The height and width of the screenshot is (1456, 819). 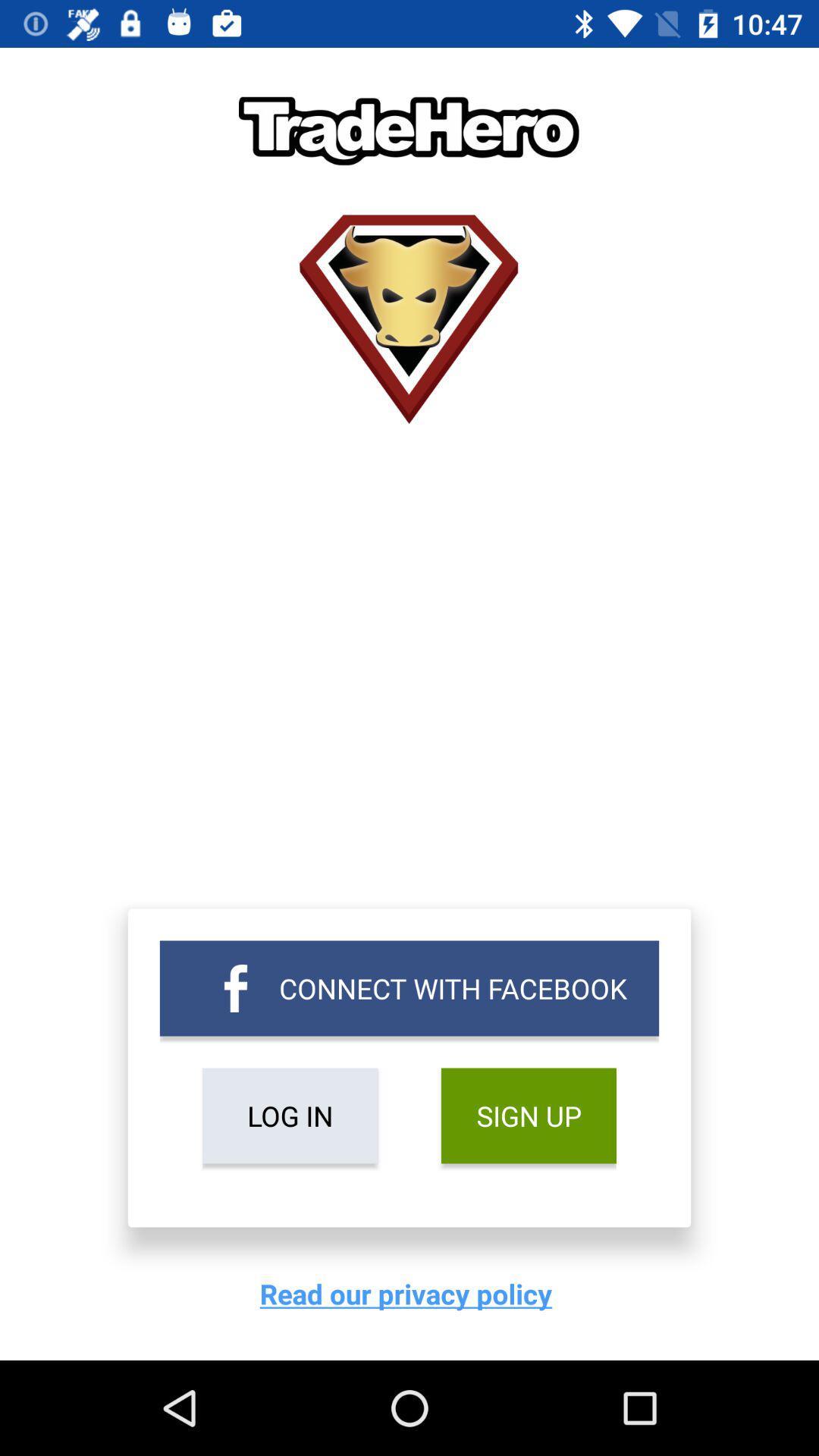 What do you see at coordinates (528, 1116) in the screenshot?
I see `item to the right of the log in icon` at bounding box center [528, 1116].